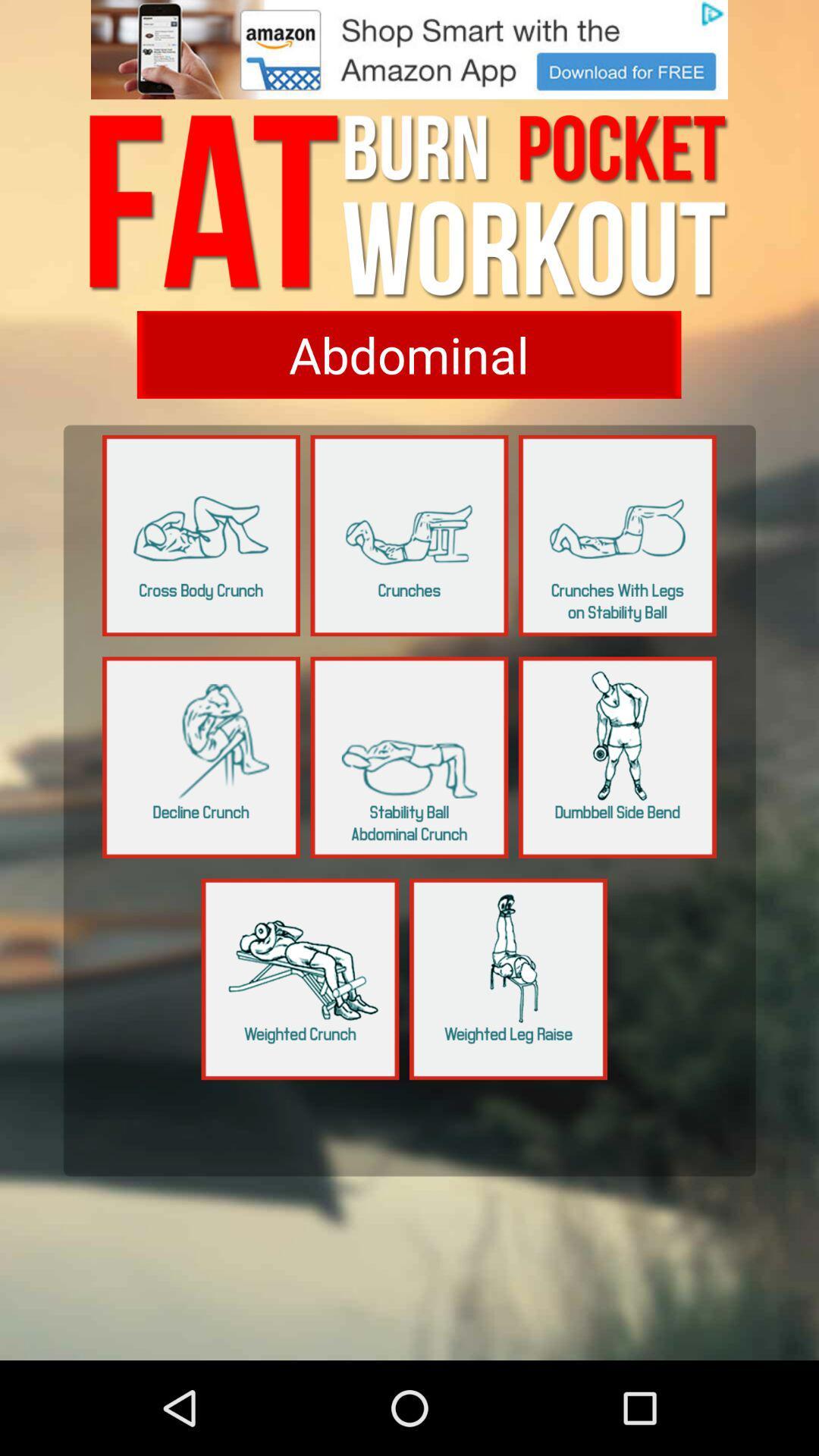  Describe the element at coordinates (409, 757) in the screenshot. I see `choose the selection` at that location.